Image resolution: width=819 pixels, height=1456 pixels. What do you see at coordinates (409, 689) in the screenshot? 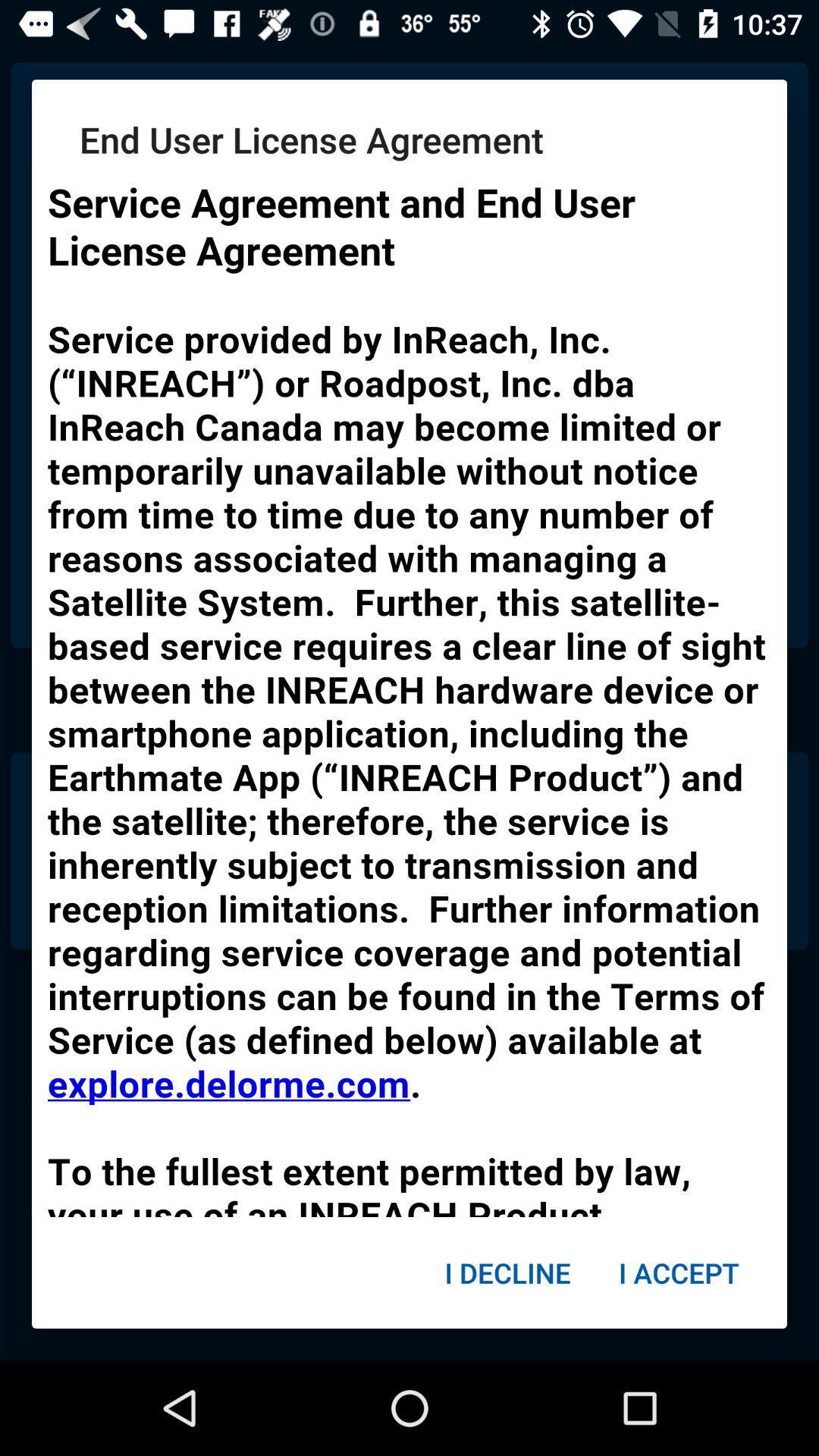
I see `scrollable page` at bounding box center [409, 689].